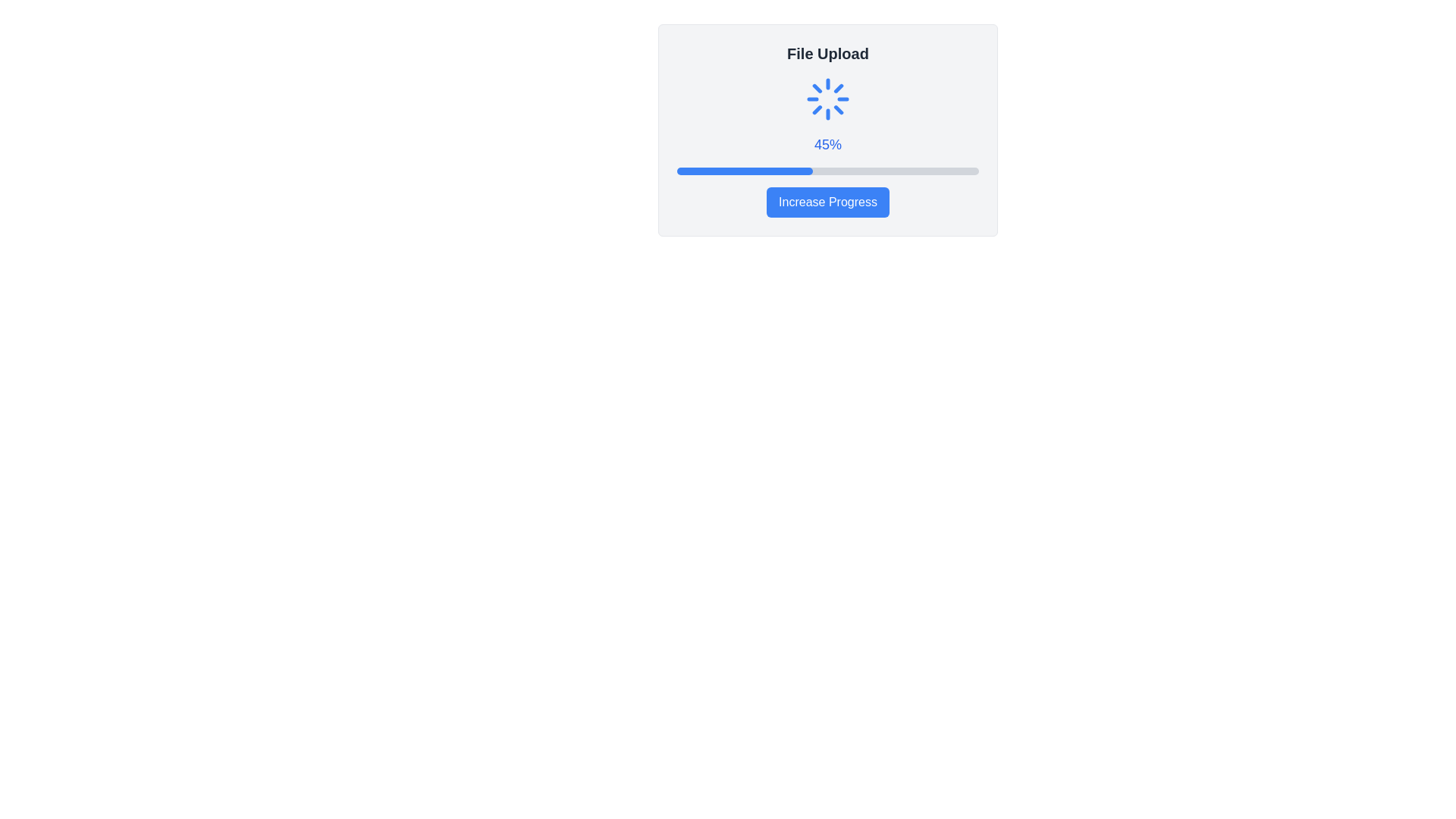 This screenshot has height=819, width=1456. What do you see at coordinates (827, 130) in the screenshot?
I see `the spinning loader animation in the progress tracker labeled 'File Upload' to confirm activity` at bounding box center [827, 130].